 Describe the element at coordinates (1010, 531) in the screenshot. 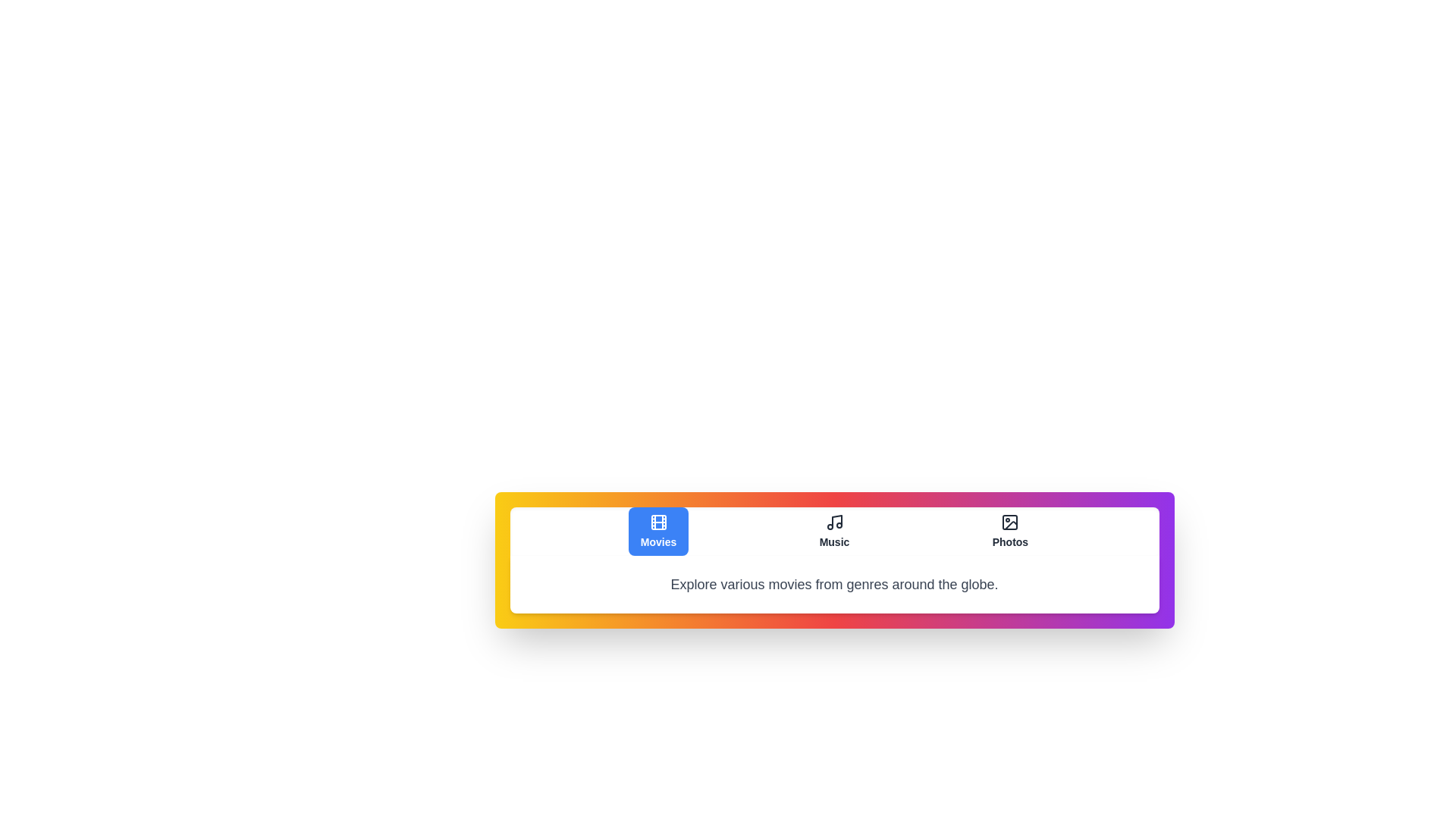

I see `the Photos tab to view its content` at that location.